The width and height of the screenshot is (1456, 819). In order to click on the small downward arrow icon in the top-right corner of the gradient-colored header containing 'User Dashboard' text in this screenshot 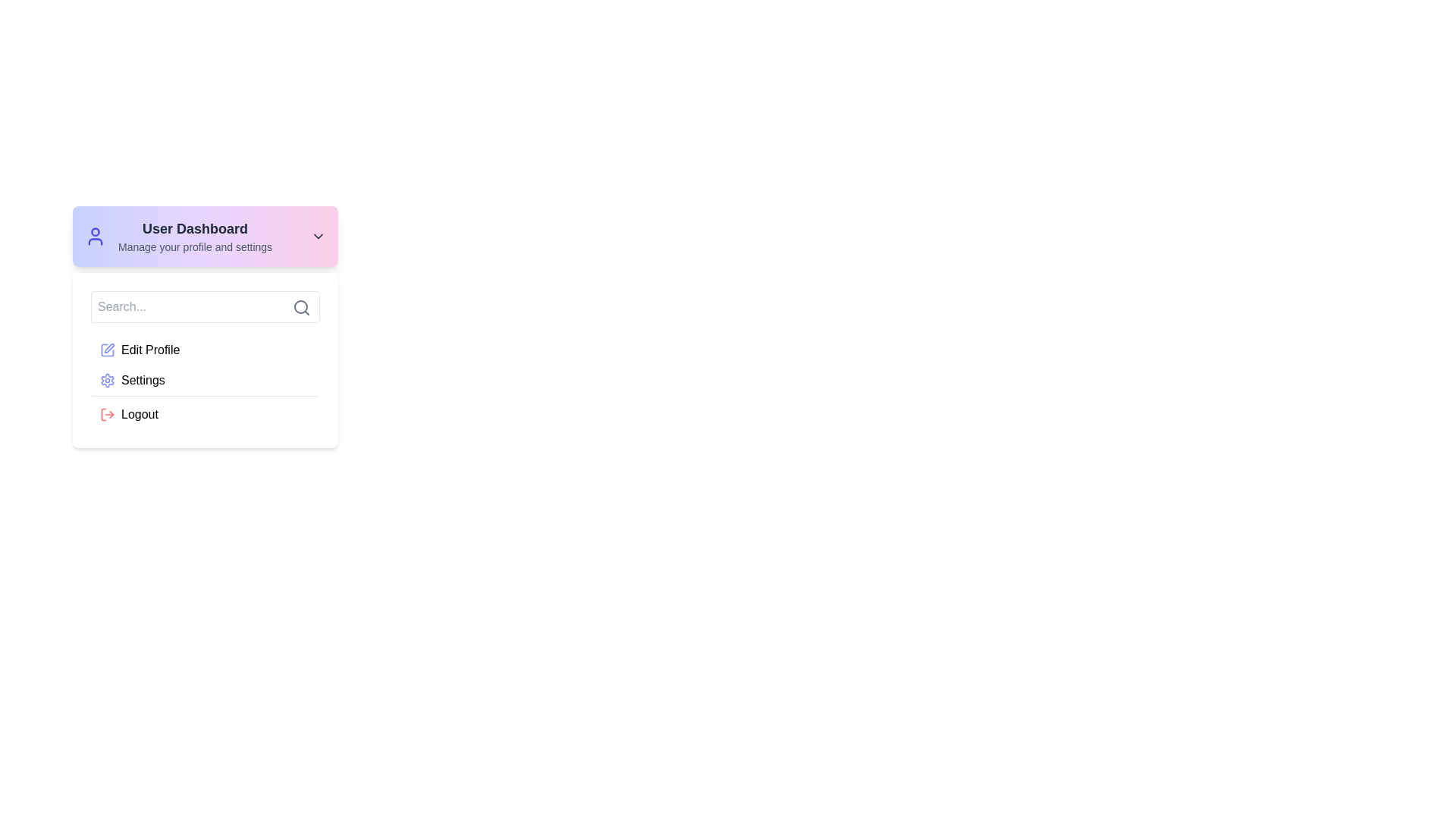, I will do `click(318, 237)`.